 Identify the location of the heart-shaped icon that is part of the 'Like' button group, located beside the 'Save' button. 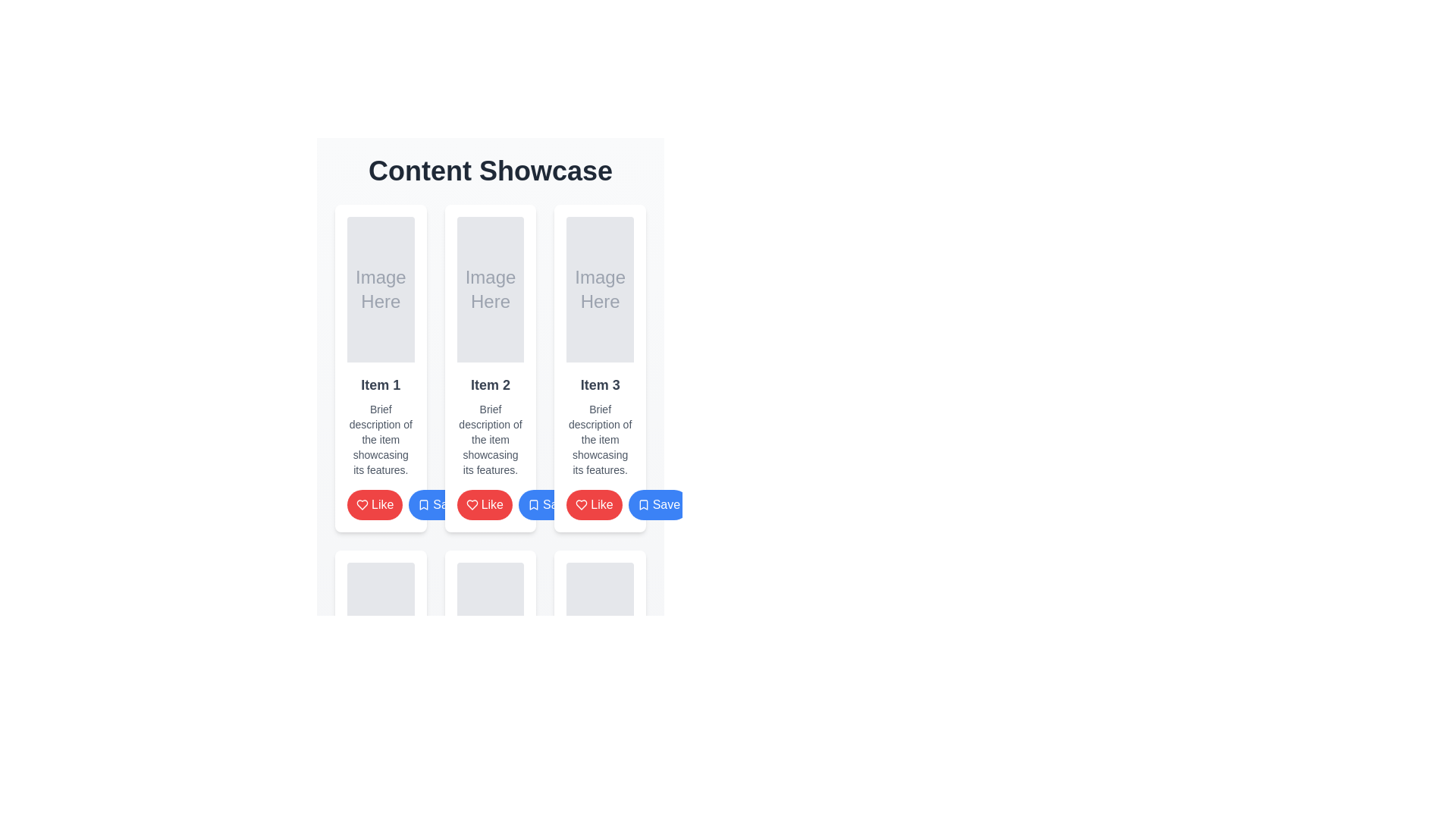
(471, 505).